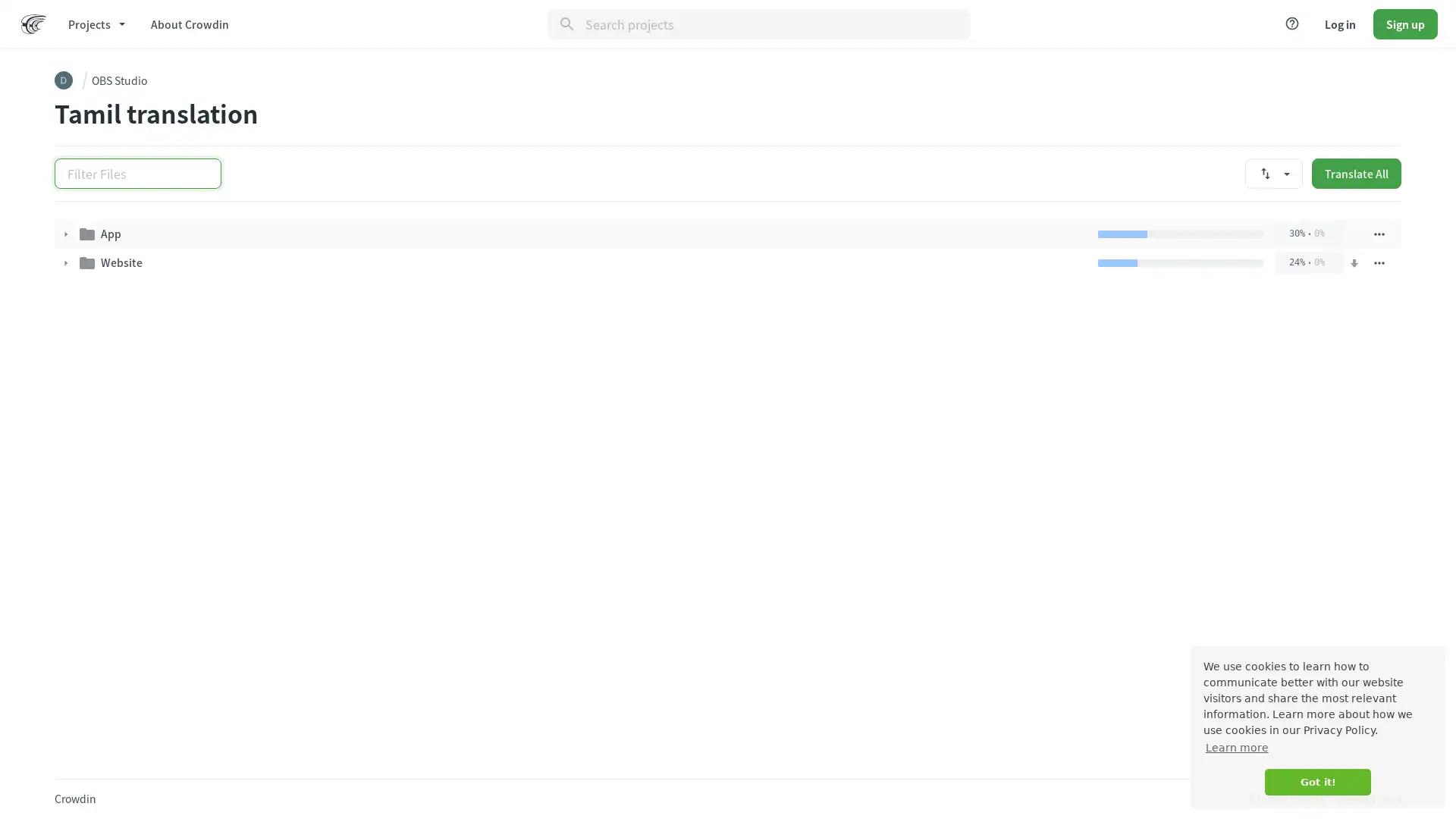  I want to click on import_export, so click(1274, 172).